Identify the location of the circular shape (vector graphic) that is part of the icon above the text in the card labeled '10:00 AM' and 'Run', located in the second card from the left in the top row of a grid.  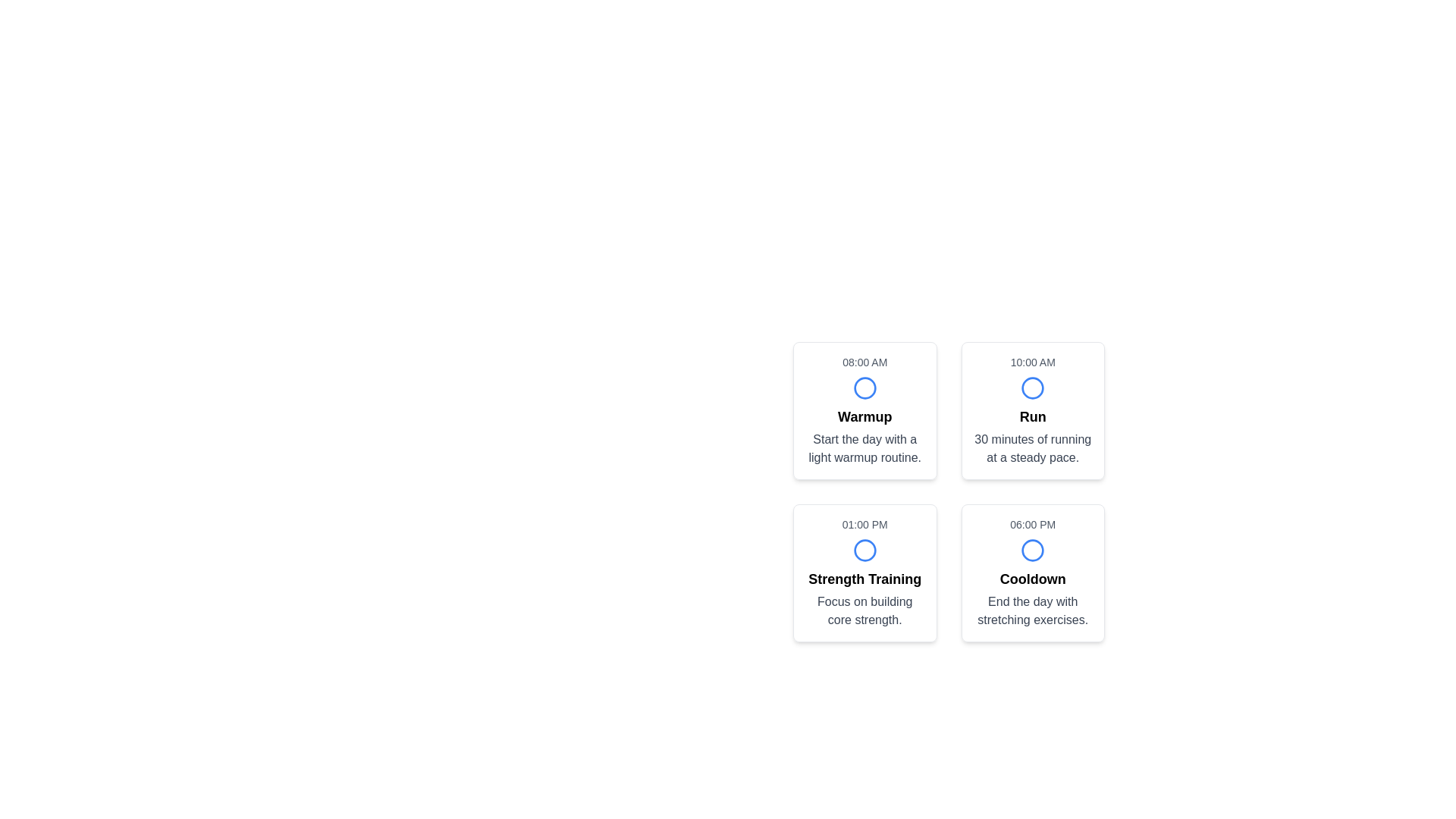
(1032, 388).